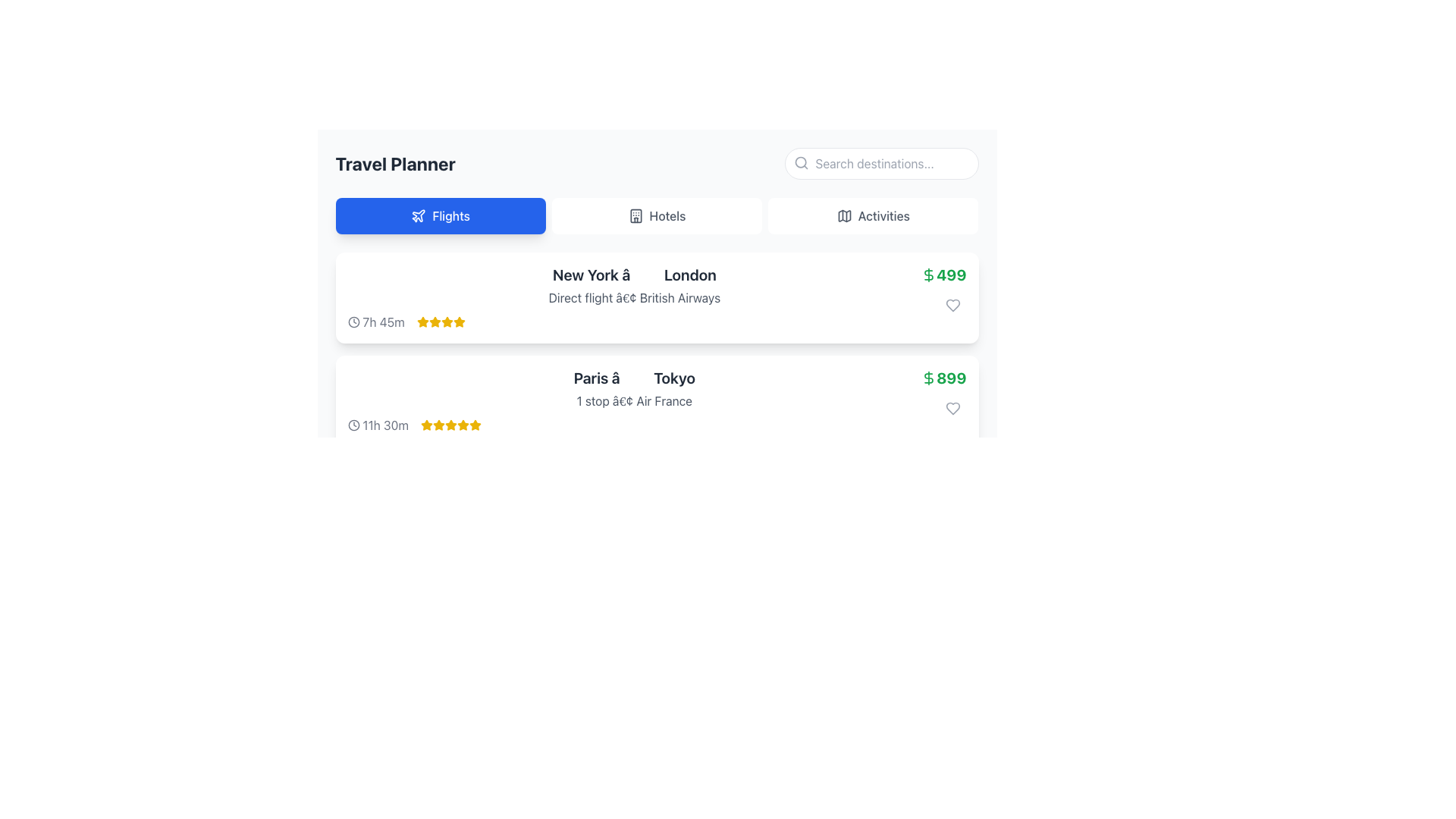  What do you see at coordinates (450, 216) in the screenshot?
I see `the navigation text label for flight bookings, which is positioned to the right of a plane icon in the navigation bar` at bounding box center [450, 216].